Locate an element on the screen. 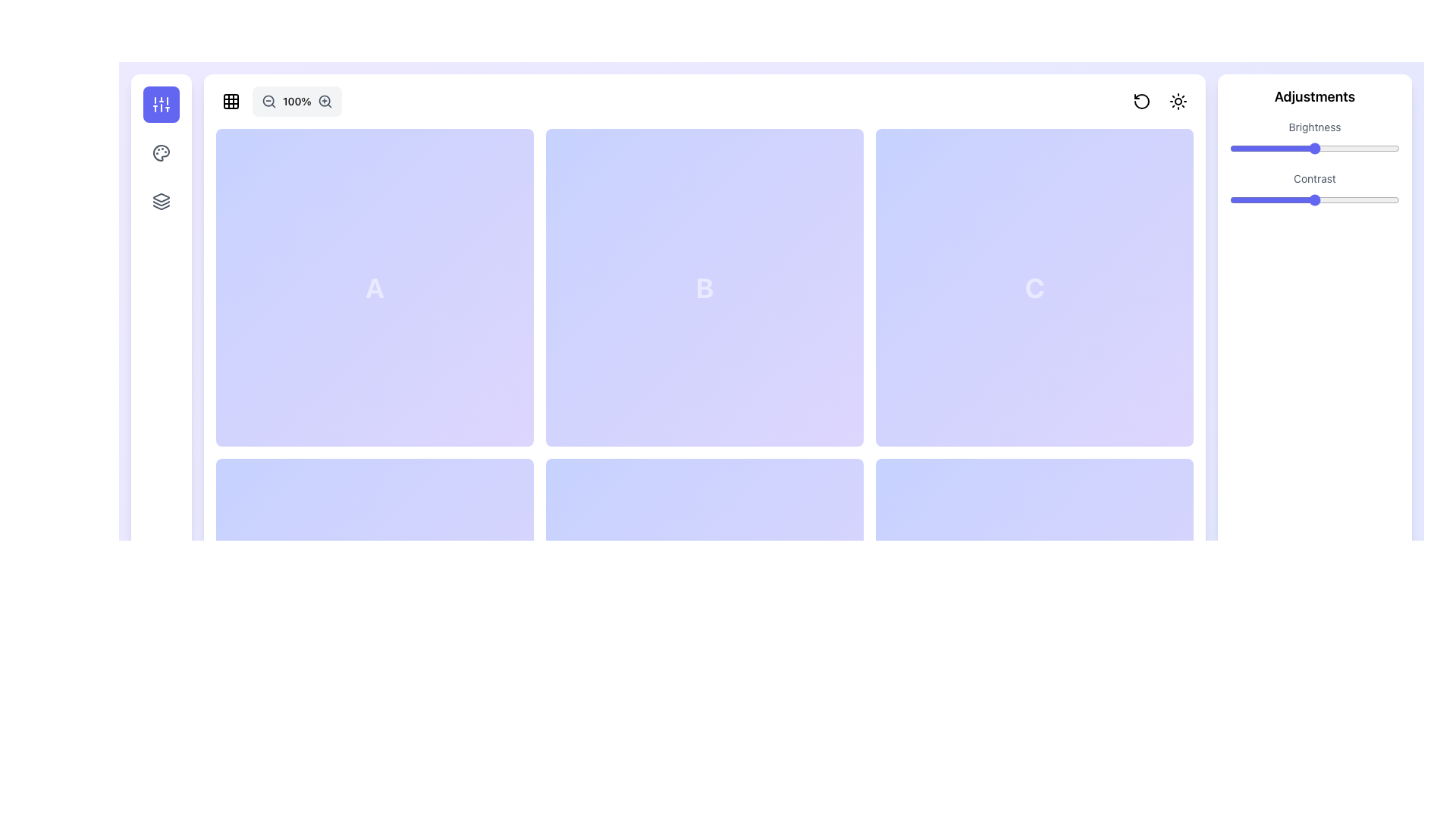  the contrast is located at coordinates (1395, 199).